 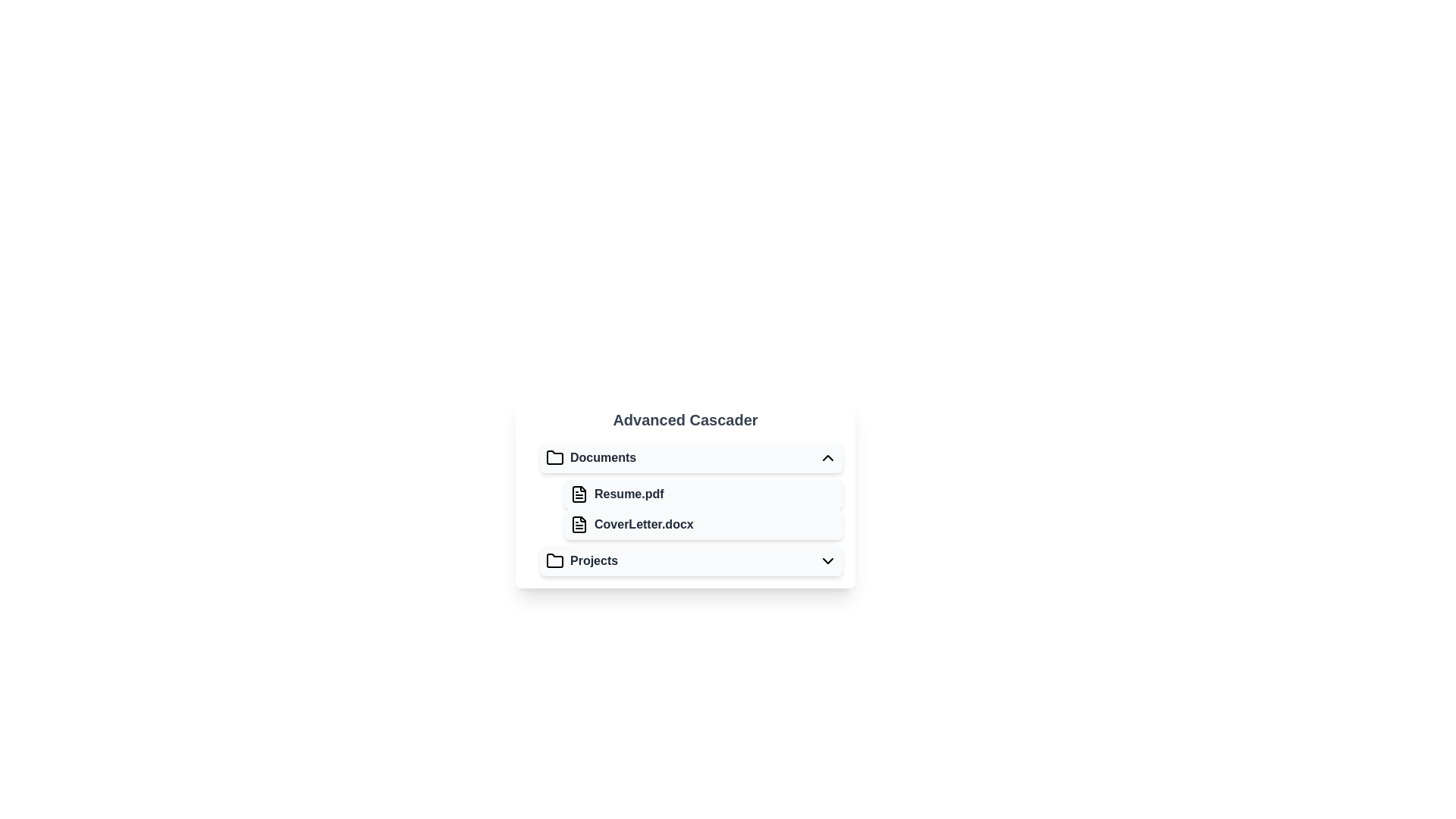 I want to click on the List item labeled 'CoverLetter.docx', which is the second item under the 'Documents' category, so click(x=697, y=523).